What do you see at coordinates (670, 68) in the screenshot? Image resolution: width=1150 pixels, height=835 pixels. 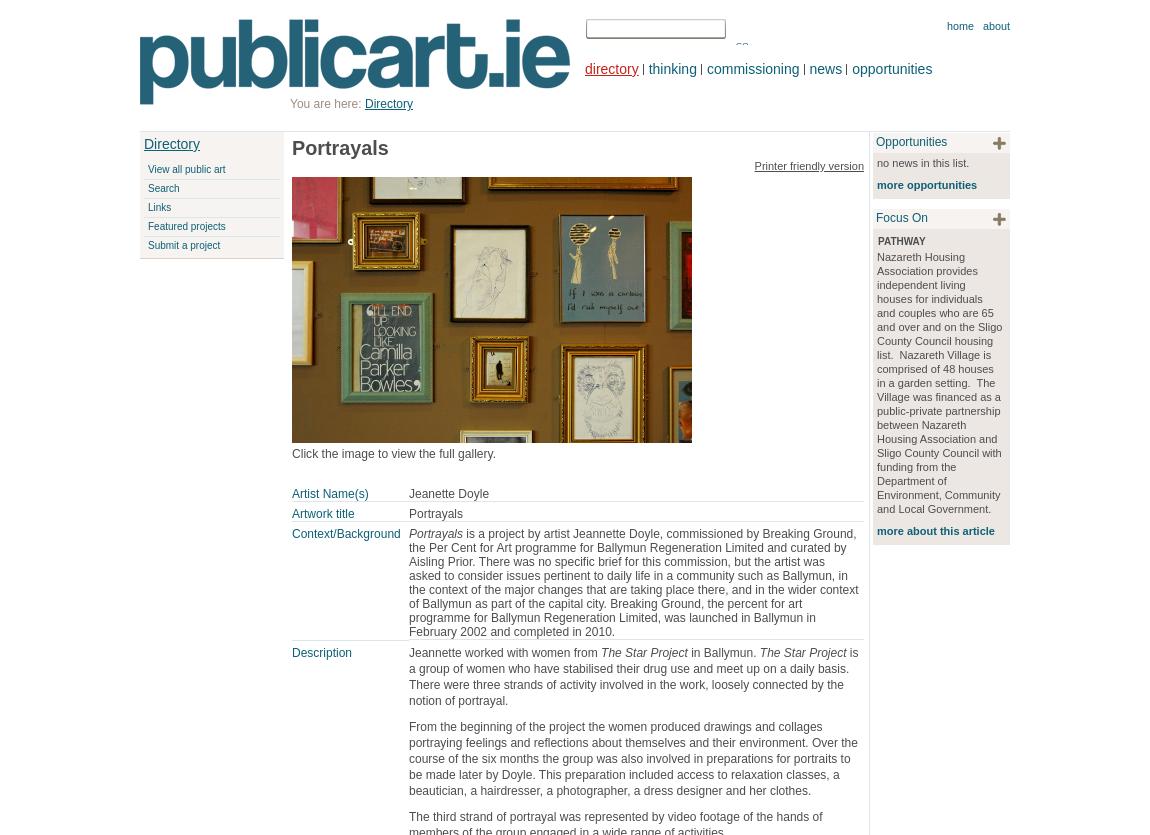 I see `'thinking'` at bounding box center [670, 68].